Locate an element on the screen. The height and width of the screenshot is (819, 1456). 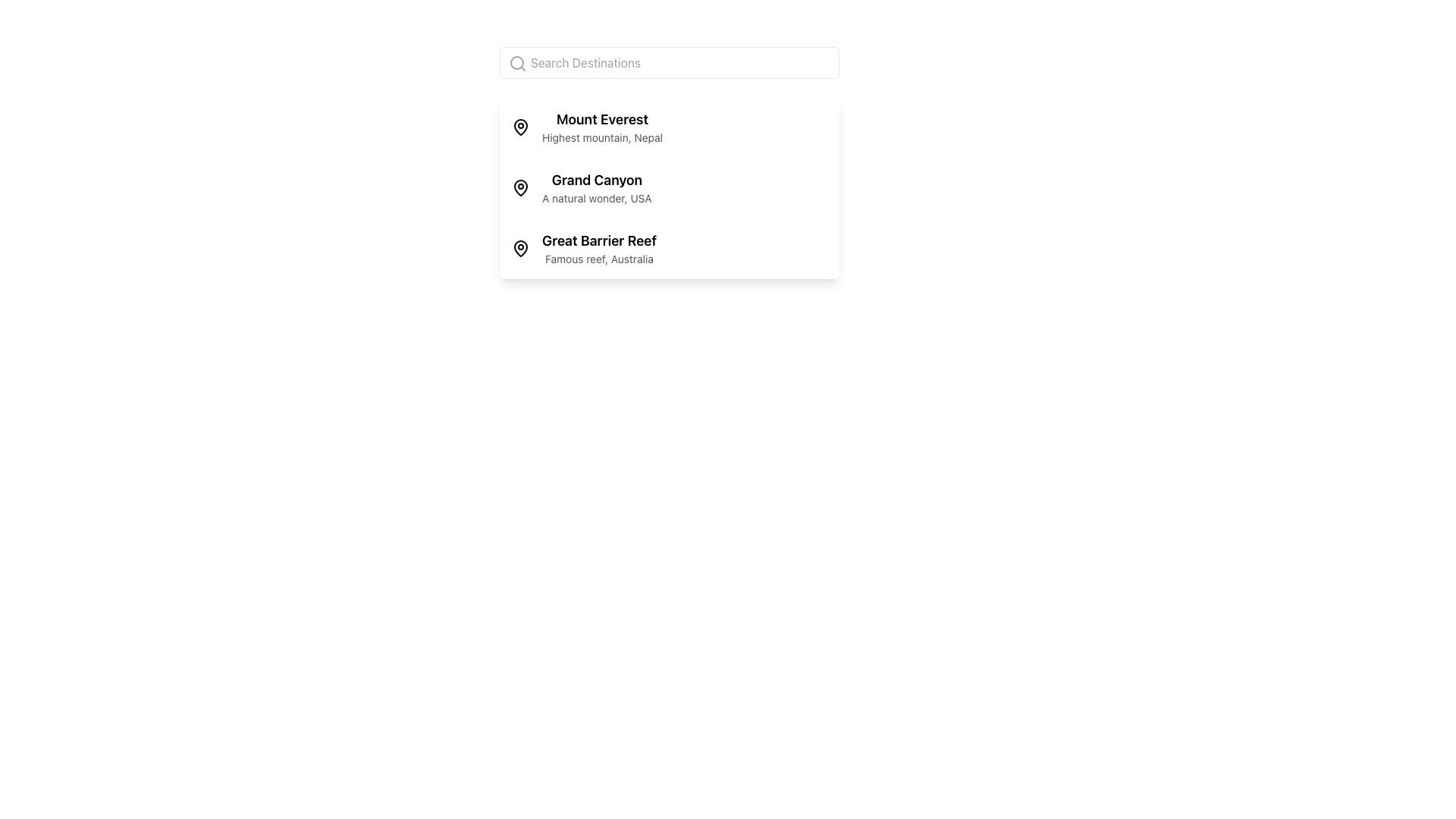
descriptive text element that provides information about 'Mount Everest', positioned below its title in the dropdown menu is located at coordinates (601, 137).